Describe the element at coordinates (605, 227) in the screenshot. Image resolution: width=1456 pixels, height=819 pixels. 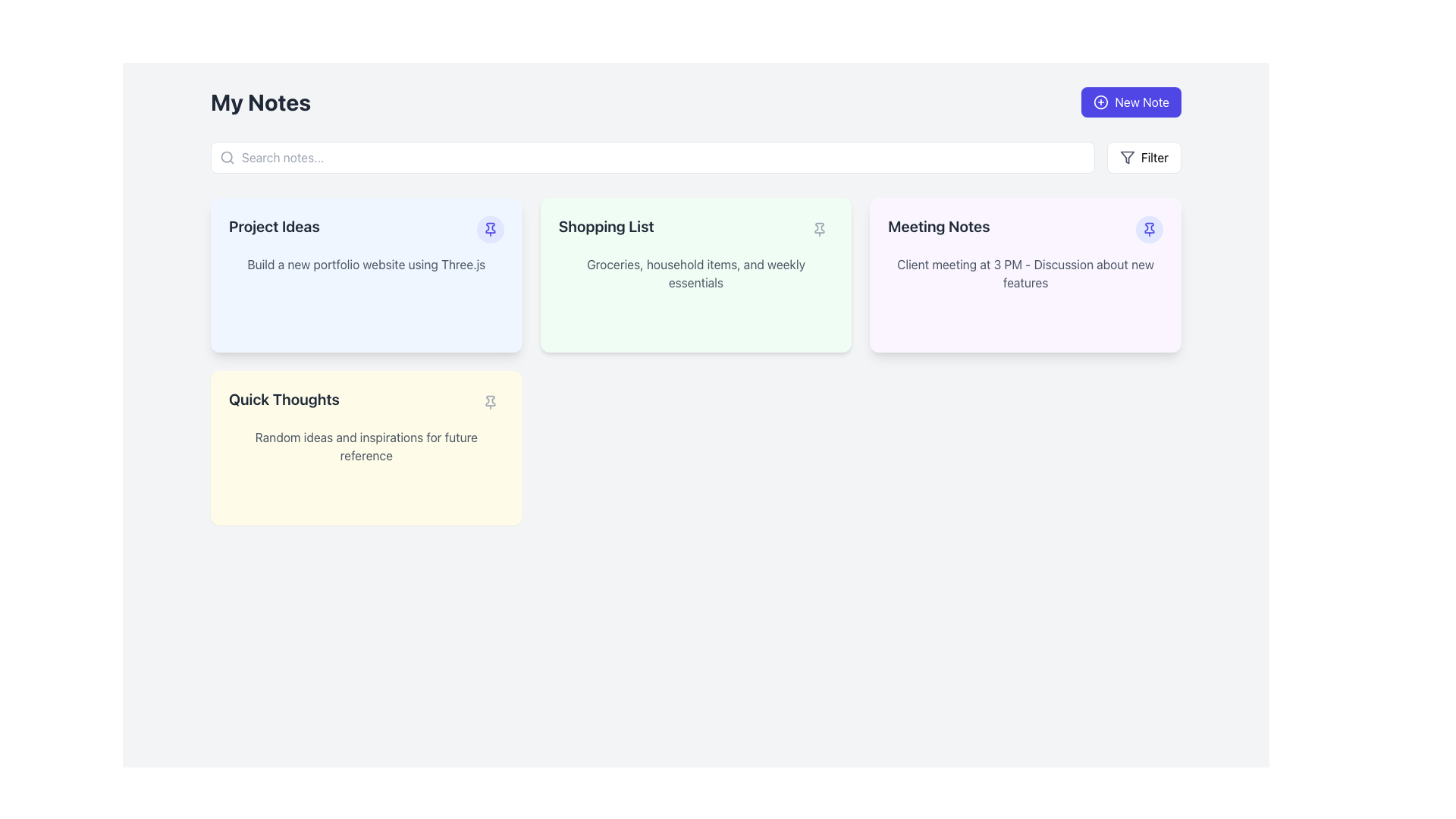
I see `the text label which serves as the header or title for the note card located at the top left of a light green card in the second position of the visible grid of notes` at that location.